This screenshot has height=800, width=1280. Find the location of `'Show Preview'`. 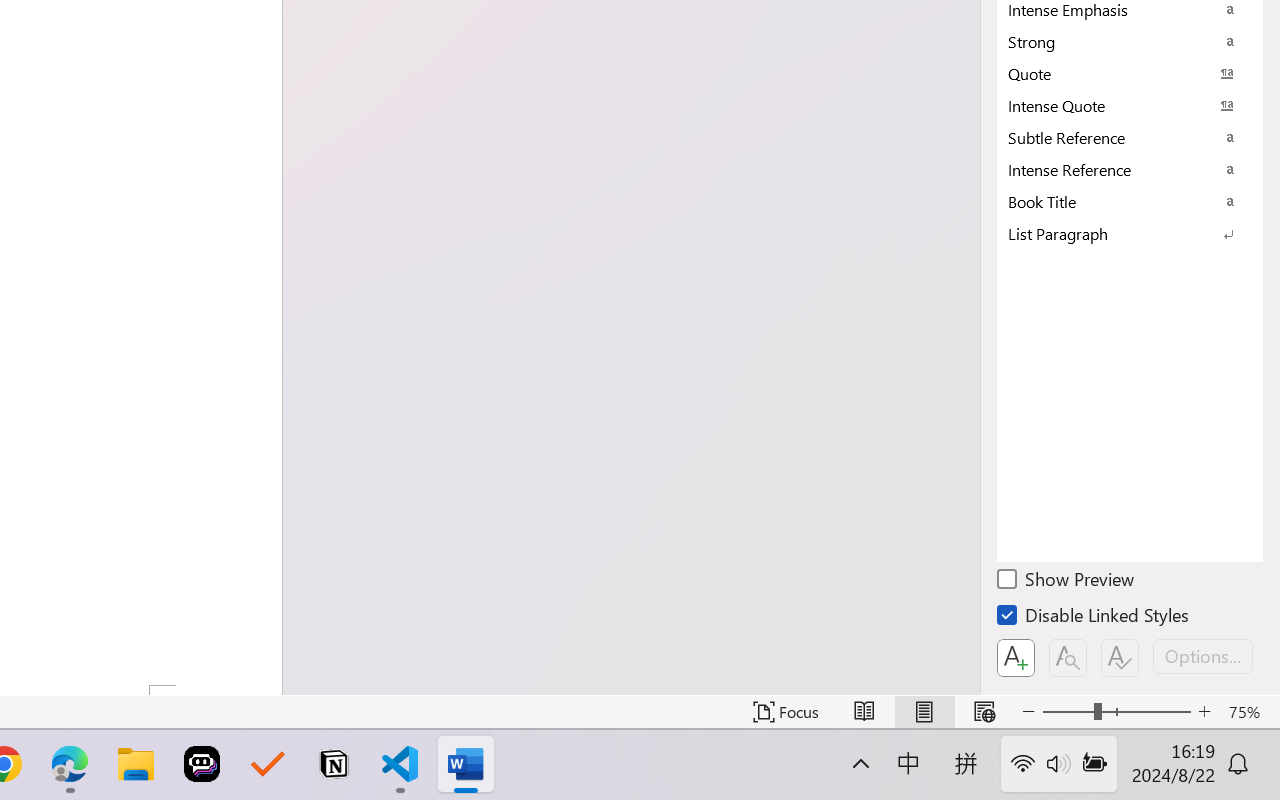

'Show Preview' is located at coordinates (1066, 581).